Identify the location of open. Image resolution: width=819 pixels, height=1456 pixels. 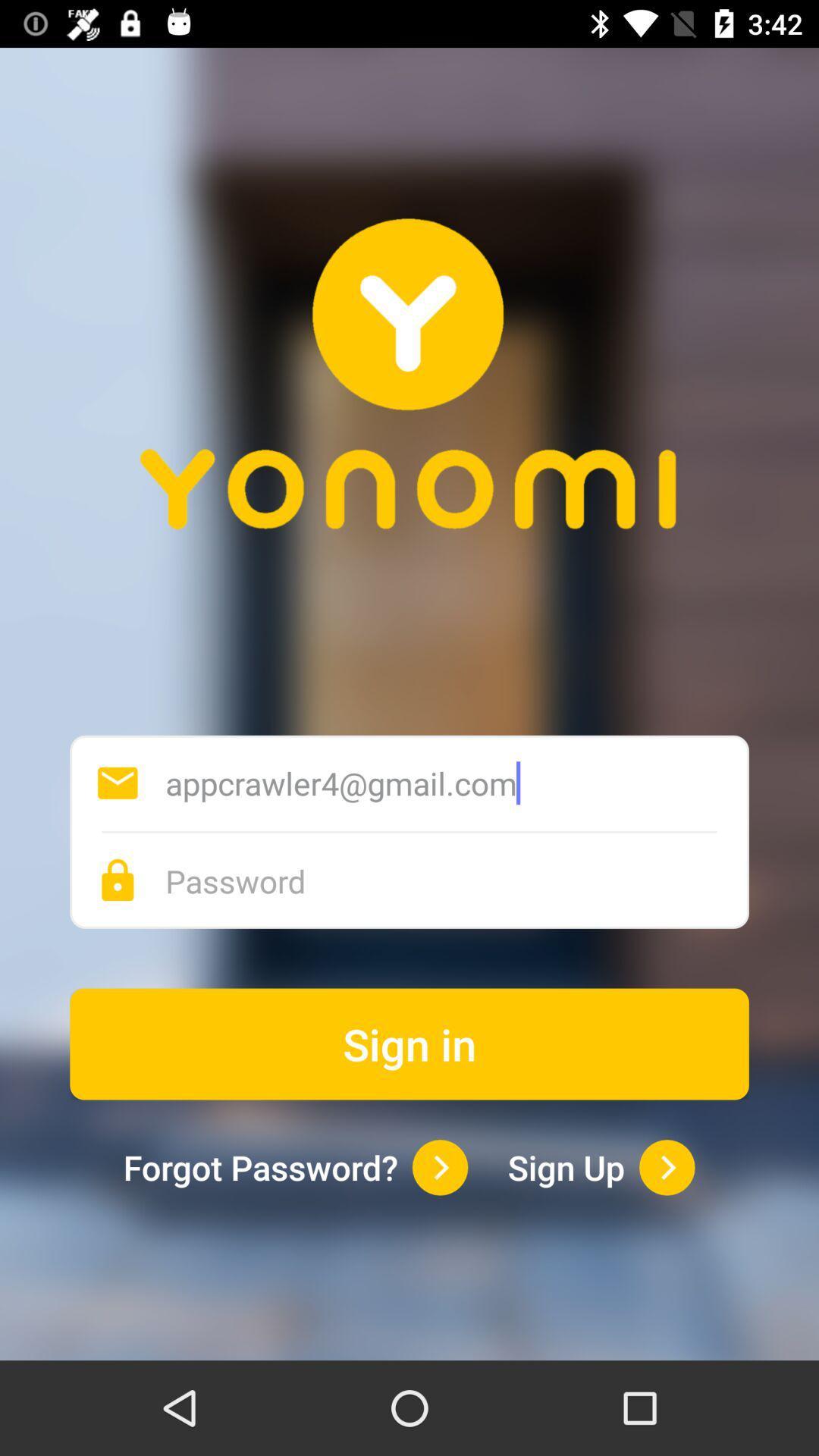
(666, 1166).